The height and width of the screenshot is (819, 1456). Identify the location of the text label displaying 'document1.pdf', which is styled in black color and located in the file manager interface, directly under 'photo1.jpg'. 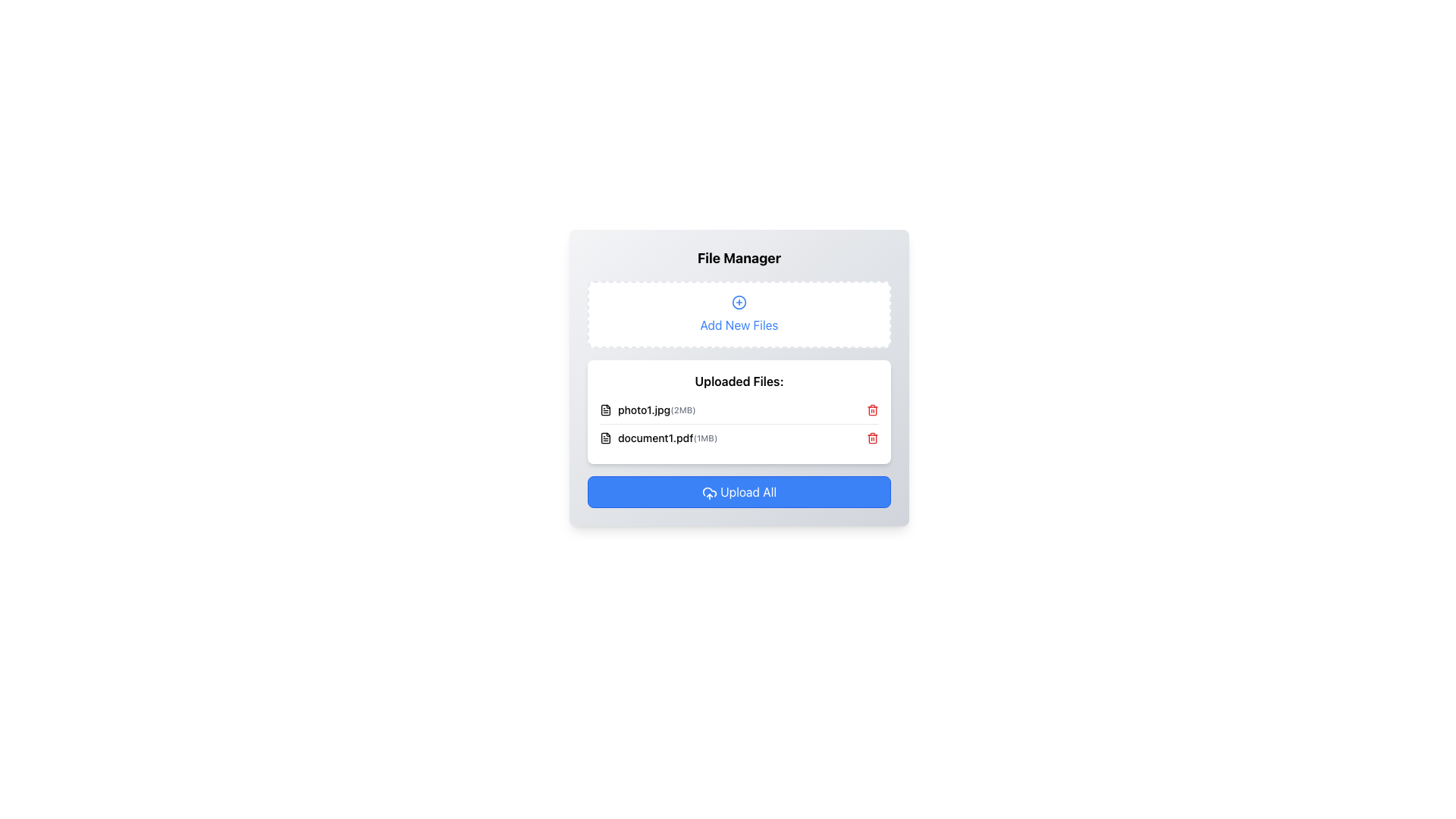
(655, 438).